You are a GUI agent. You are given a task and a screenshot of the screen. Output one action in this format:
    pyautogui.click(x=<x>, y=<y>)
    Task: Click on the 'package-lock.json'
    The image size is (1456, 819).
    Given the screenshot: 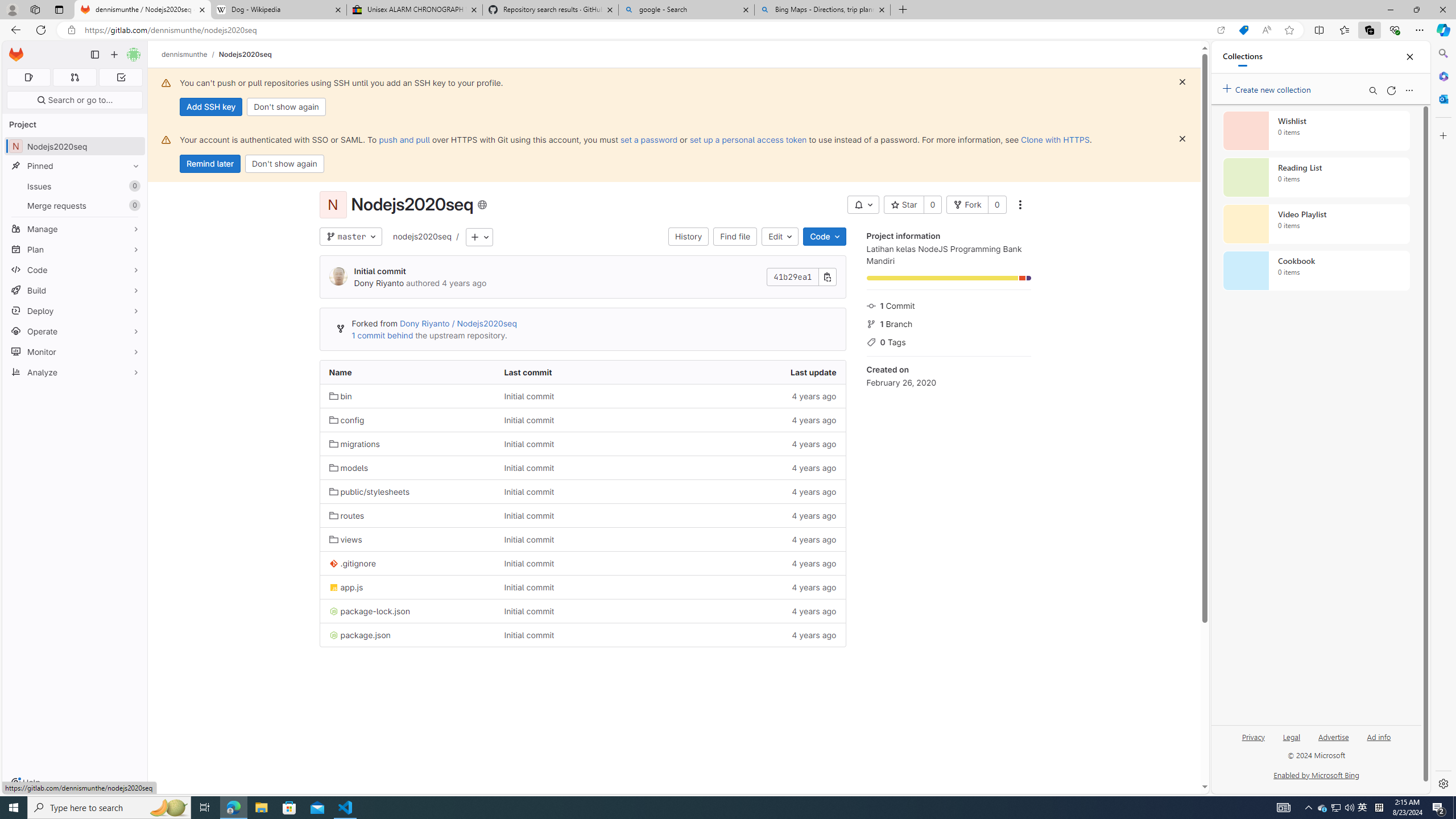 What is the action you would take?
    pyautogui.click(x=369, y=610)
    